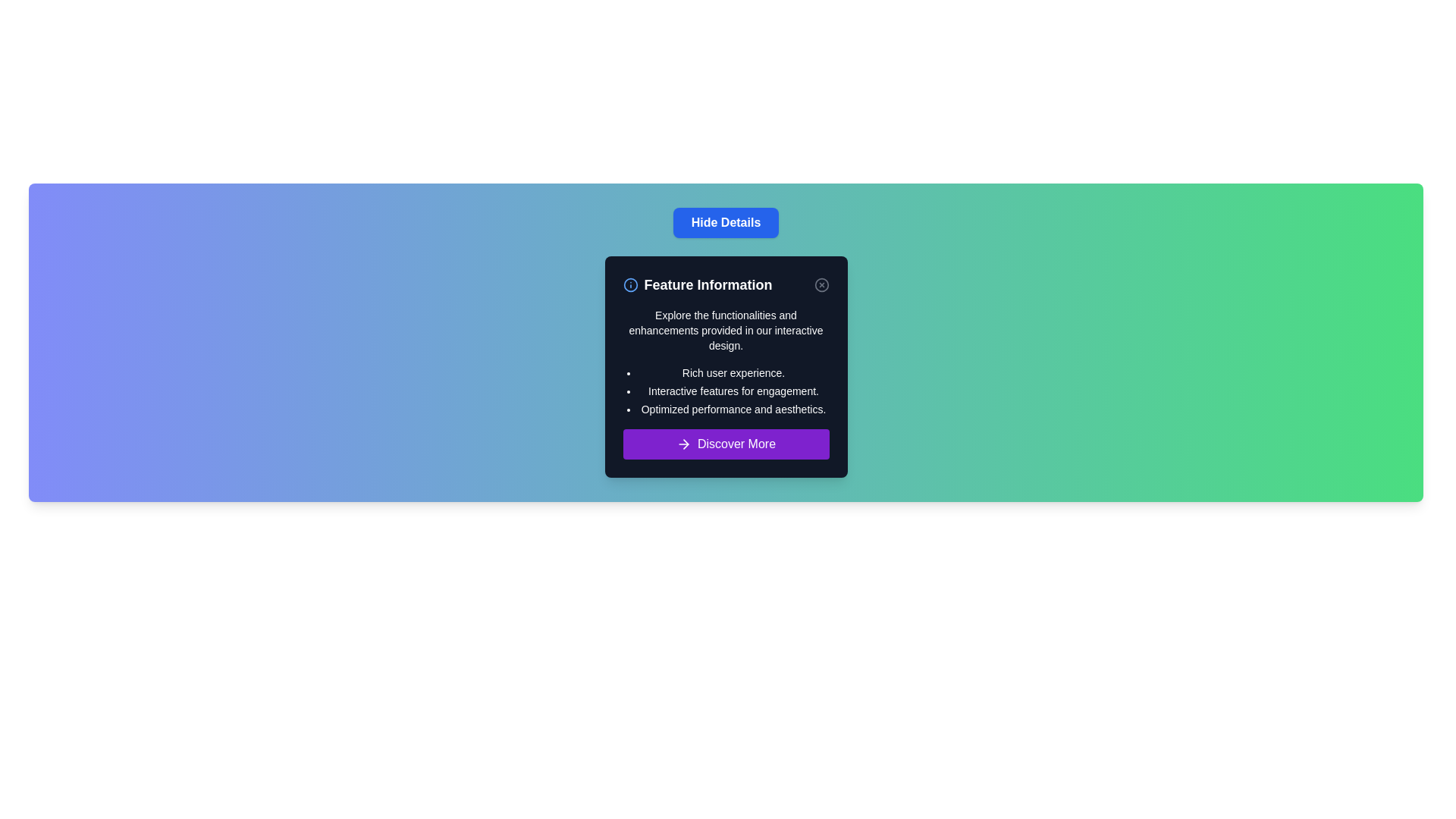 The height and width of the screenshot is (819, 1456). What do you see at coordinates (630, 284) in the screenshot?
I see `the circular graphical element within the SVG icon that is part of the 'Feature Information' header in the pop-up card` at bounding box center [630, 284].